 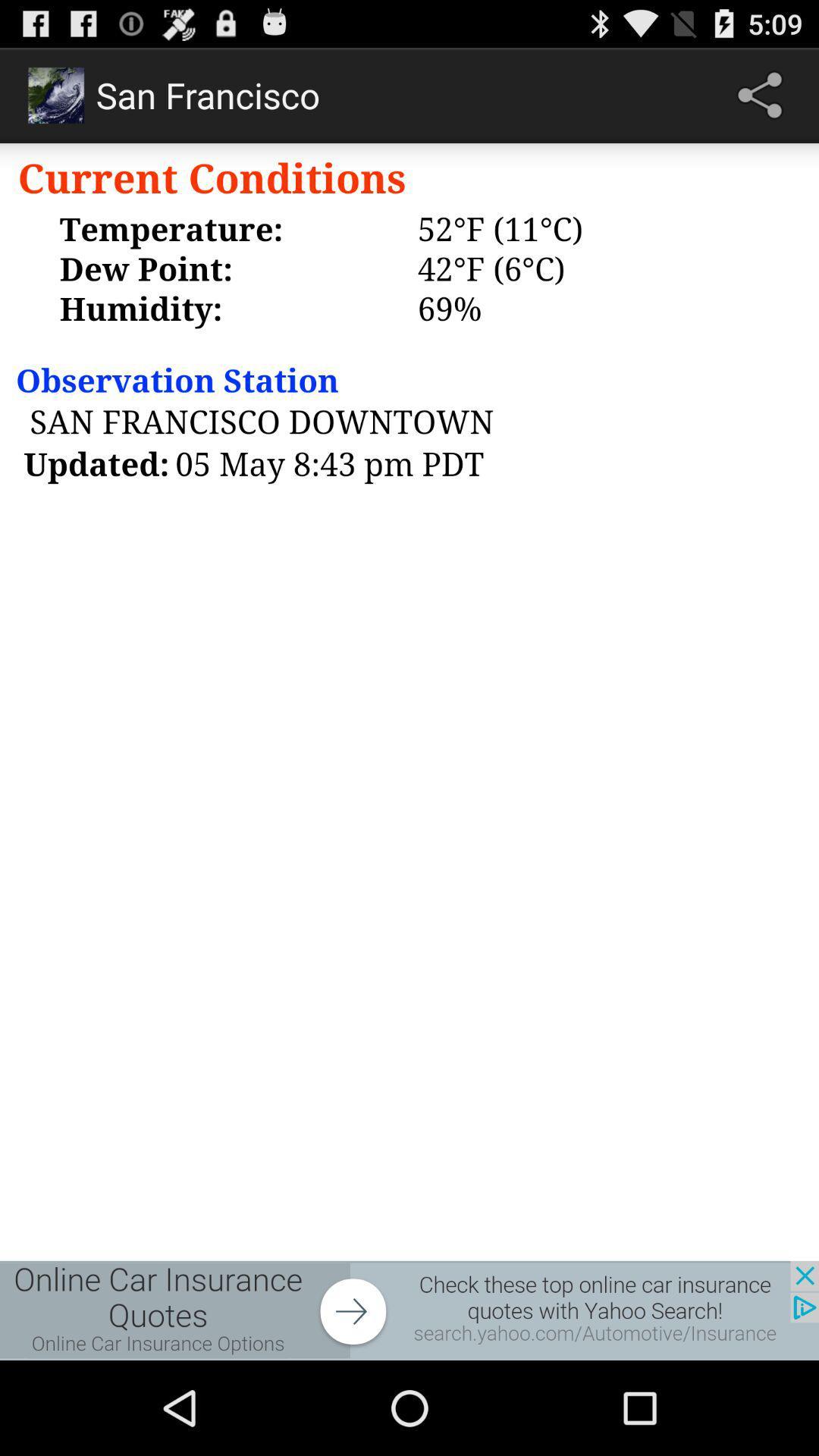 What do you see at coordinates (409, 1310) in the screenshot?
I see `advertisement` at bounding box center [409, 1310].